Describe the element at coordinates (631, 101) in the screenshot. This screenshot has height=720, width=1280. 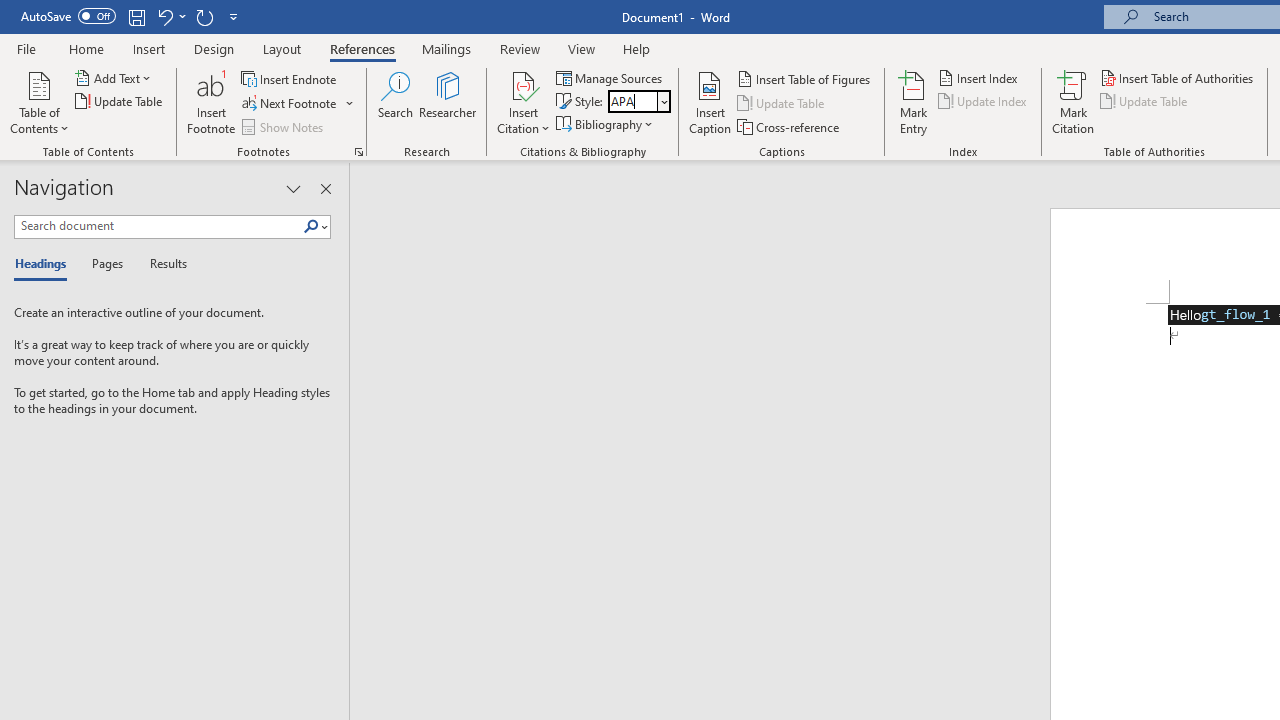
I see `'Style'` at that location.